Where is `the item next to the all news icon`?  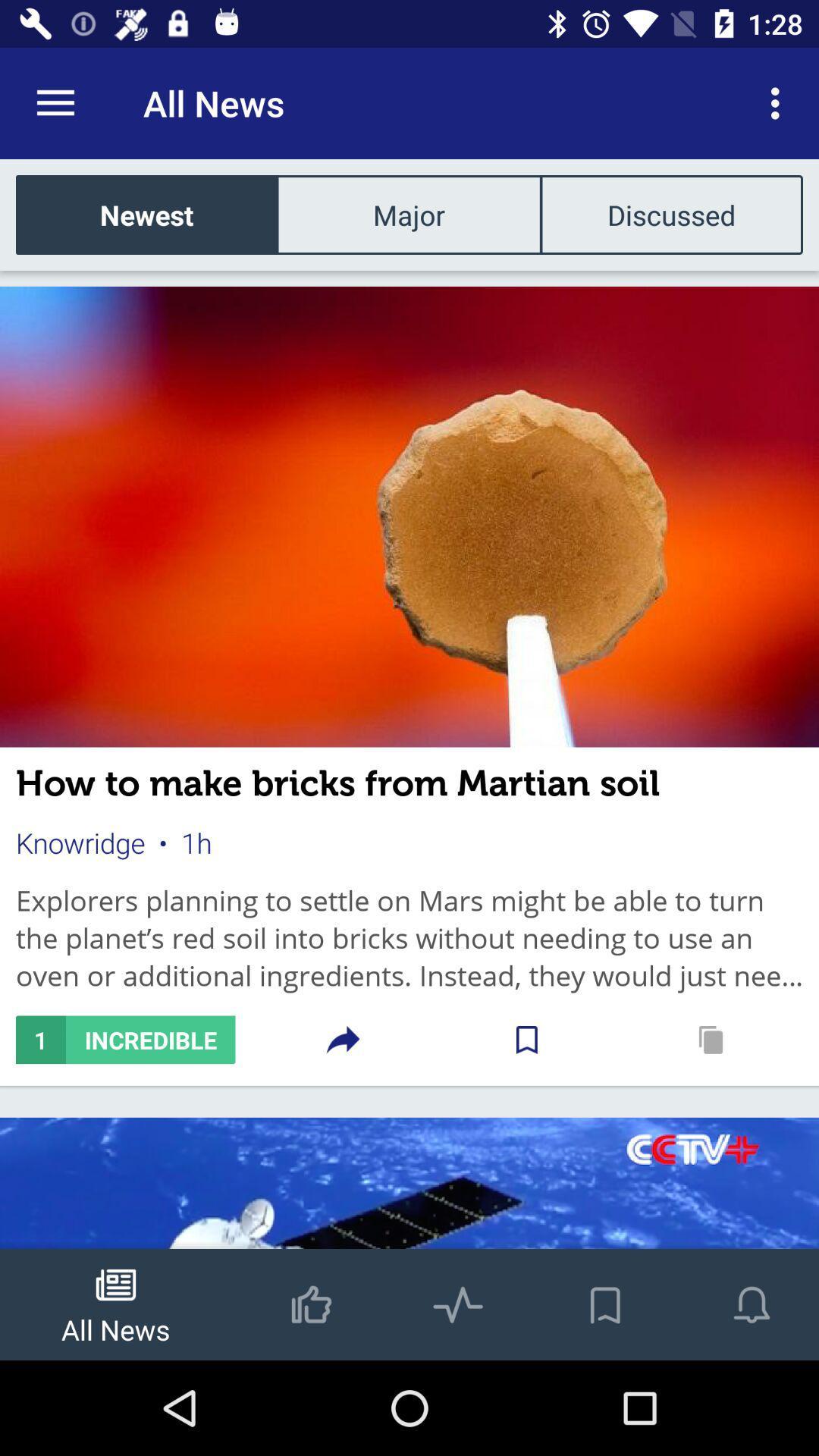
the item next to the all news icon is located at coordinates (55, 102).